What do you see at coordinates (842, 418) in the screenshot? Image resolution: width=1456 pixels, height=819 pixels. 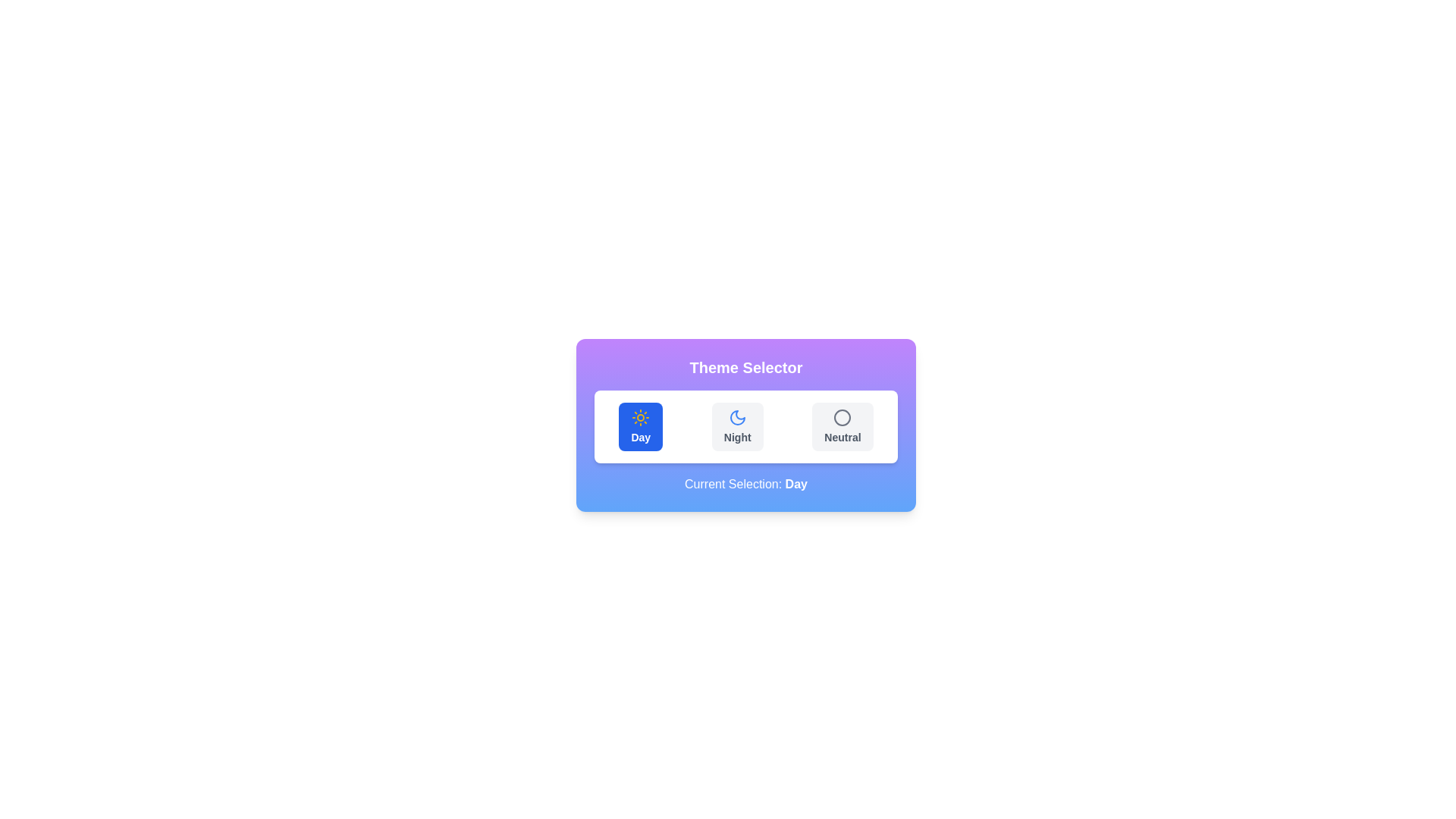 I see `the decorative circular indicator representing the 'Neutral' theme option within the theme switcher component located at the bottom center of the interface` at bounding box center [842, 418].